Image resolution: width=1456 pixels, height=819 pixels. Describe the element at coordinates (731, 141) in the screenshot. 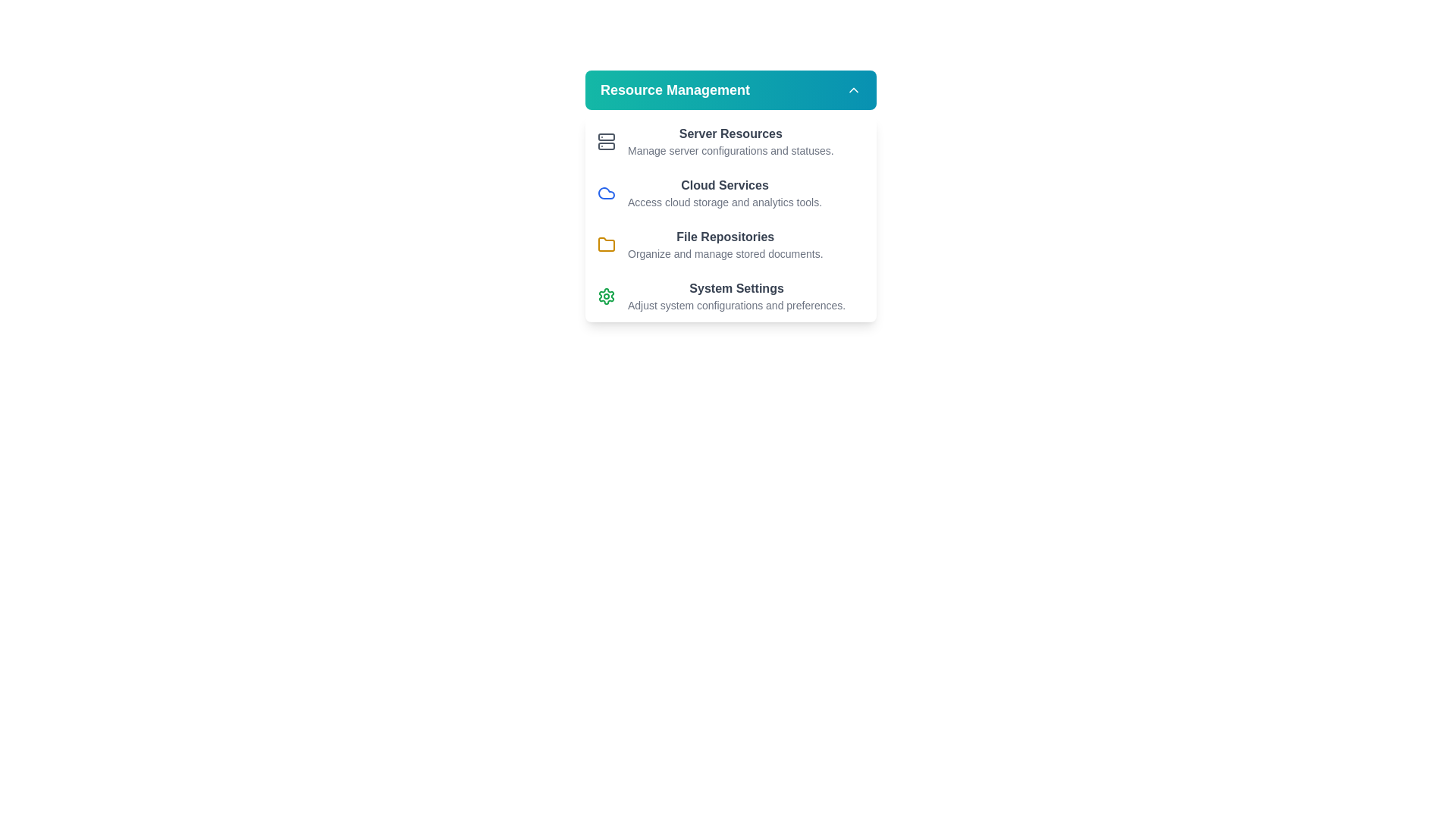

I see `the first clickable list item titled 'Server Resources' with a server icon on the left, located at the top of the dropdown menu` at that location.